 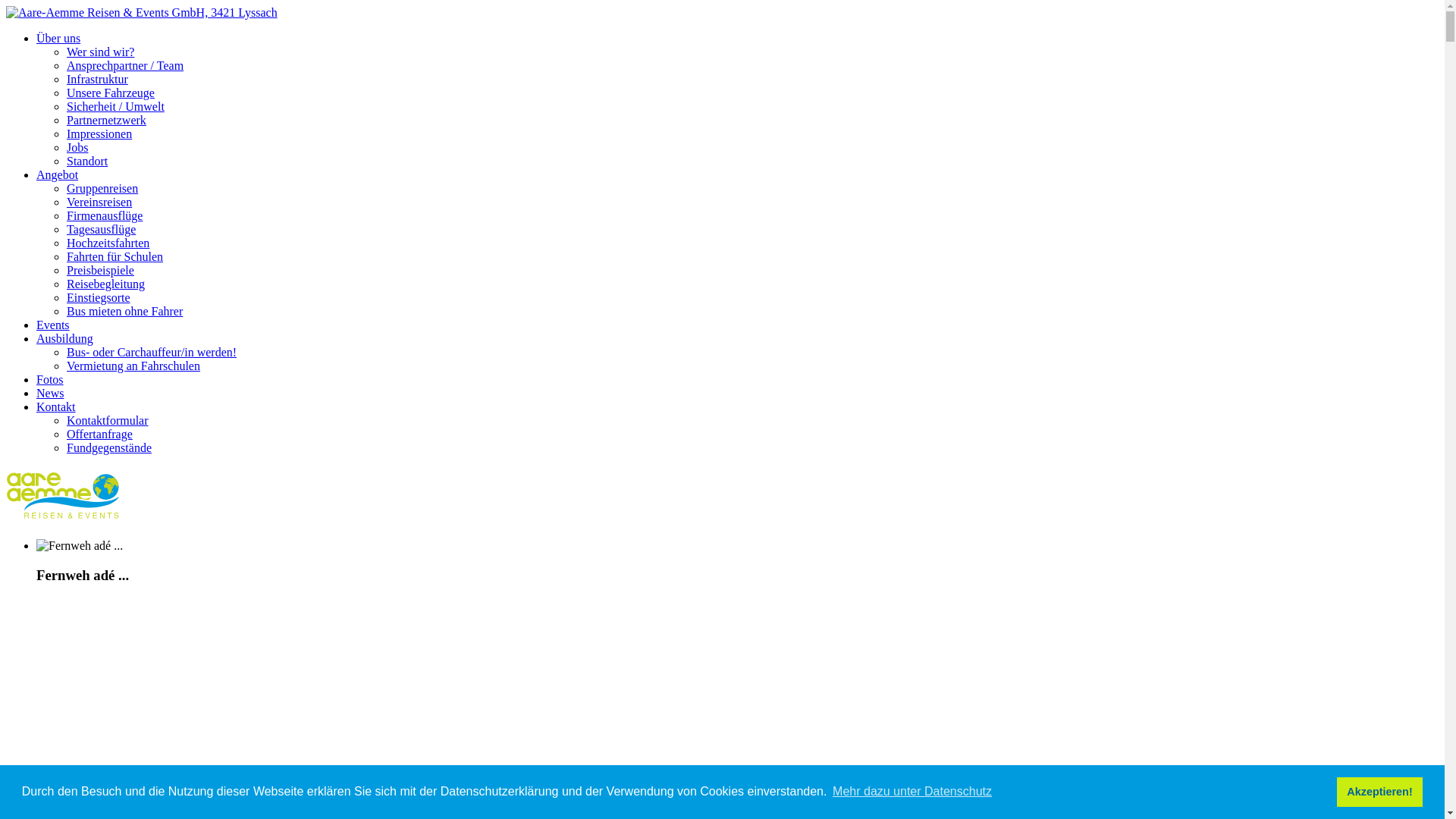 What do you see at coordinates (99, 269) in the screenshot?
I see `'Preisbeispiele'` at bounding box center [99, 269].